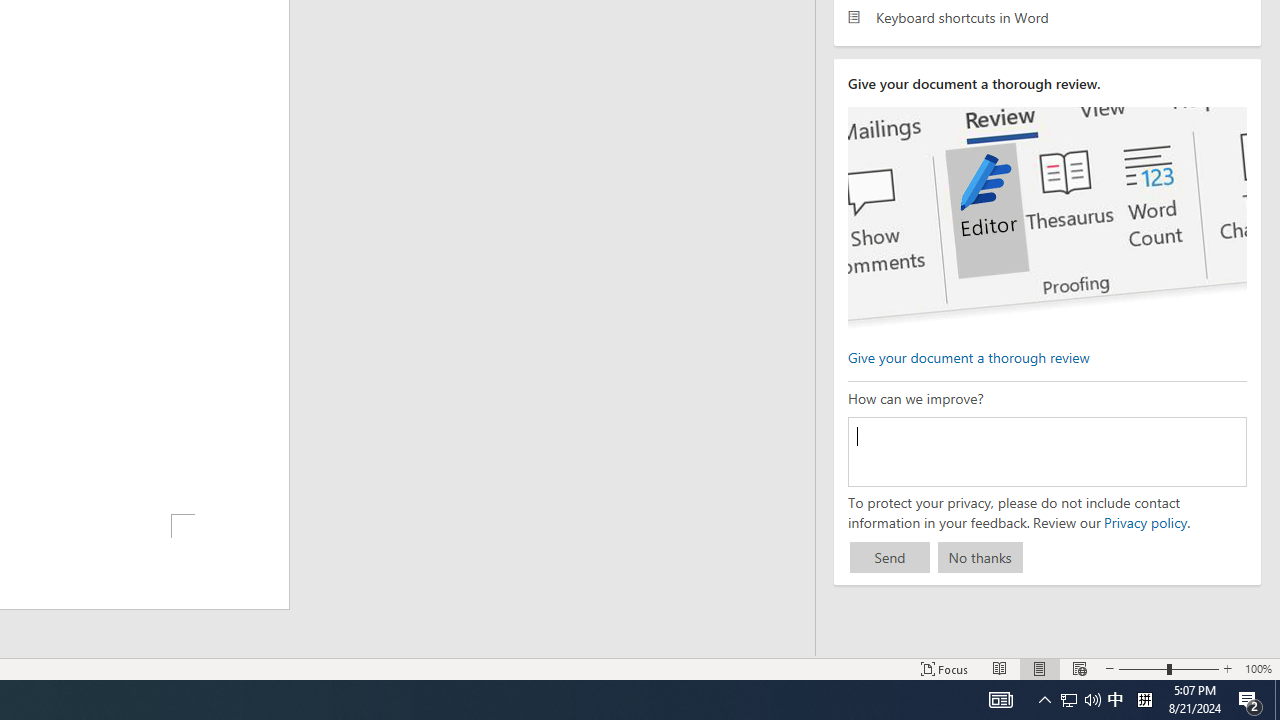 This screenshot has height=720, width=1280. I want to click on 'Keyboard shortcuts in Word', so click(1046, 17).